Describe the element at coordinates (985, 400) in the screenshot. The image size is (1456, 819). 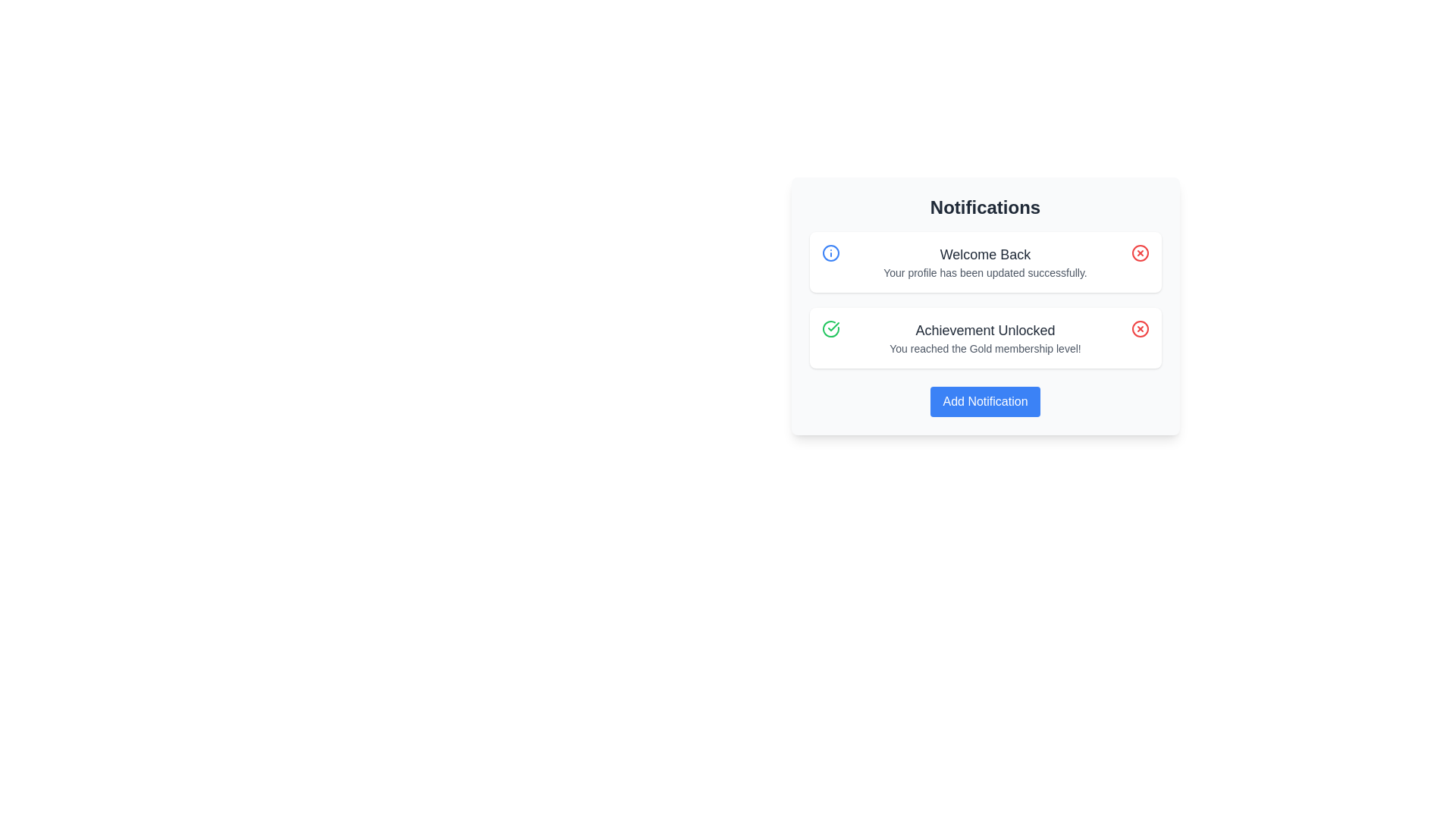
I see `the button located at the bottom of the 'Notifications' card` at that location.